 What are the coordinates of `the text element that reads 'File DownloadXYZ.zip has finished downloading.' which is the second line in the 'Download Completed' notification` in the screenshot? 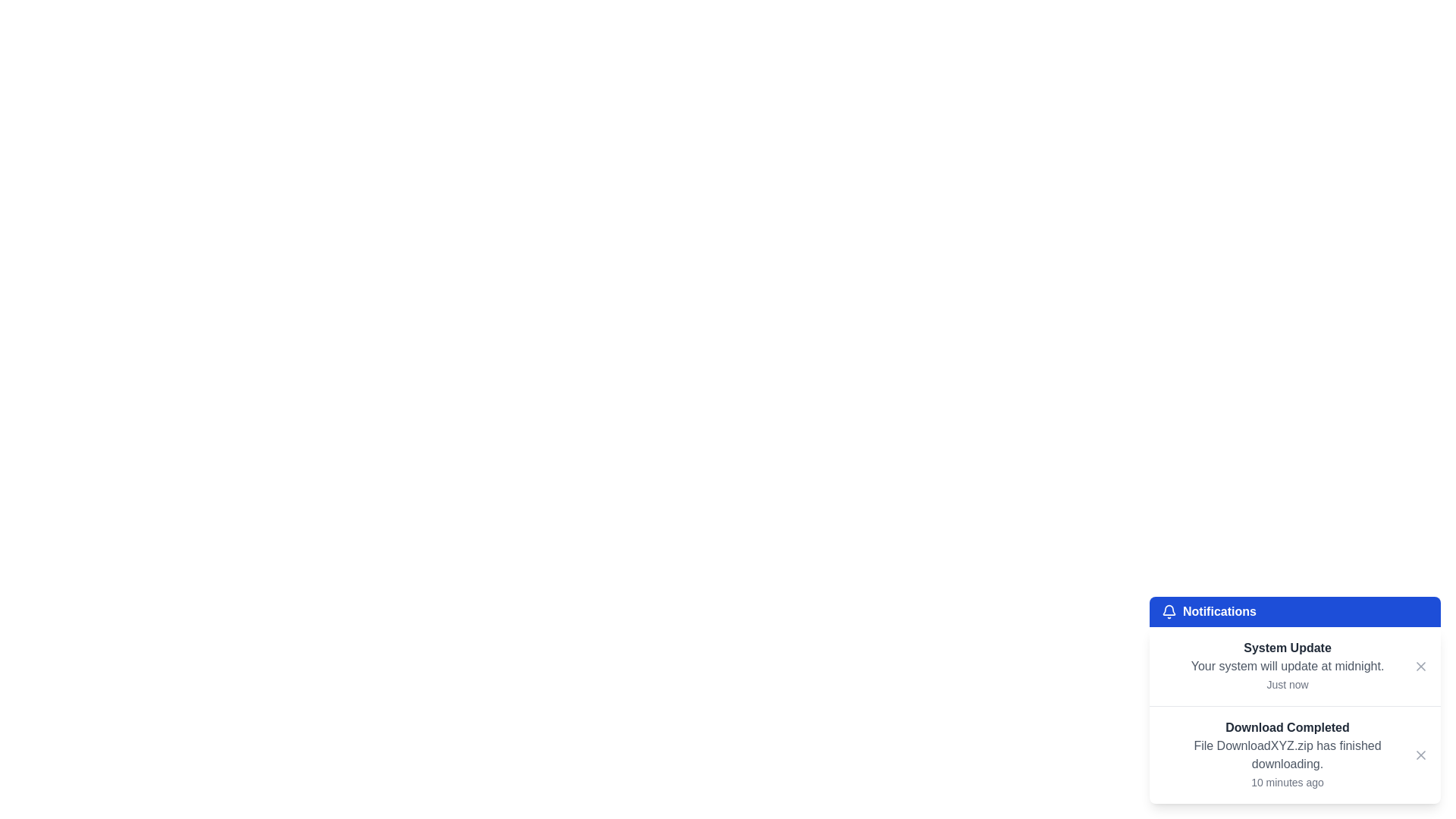 It's located at (1287, 755).